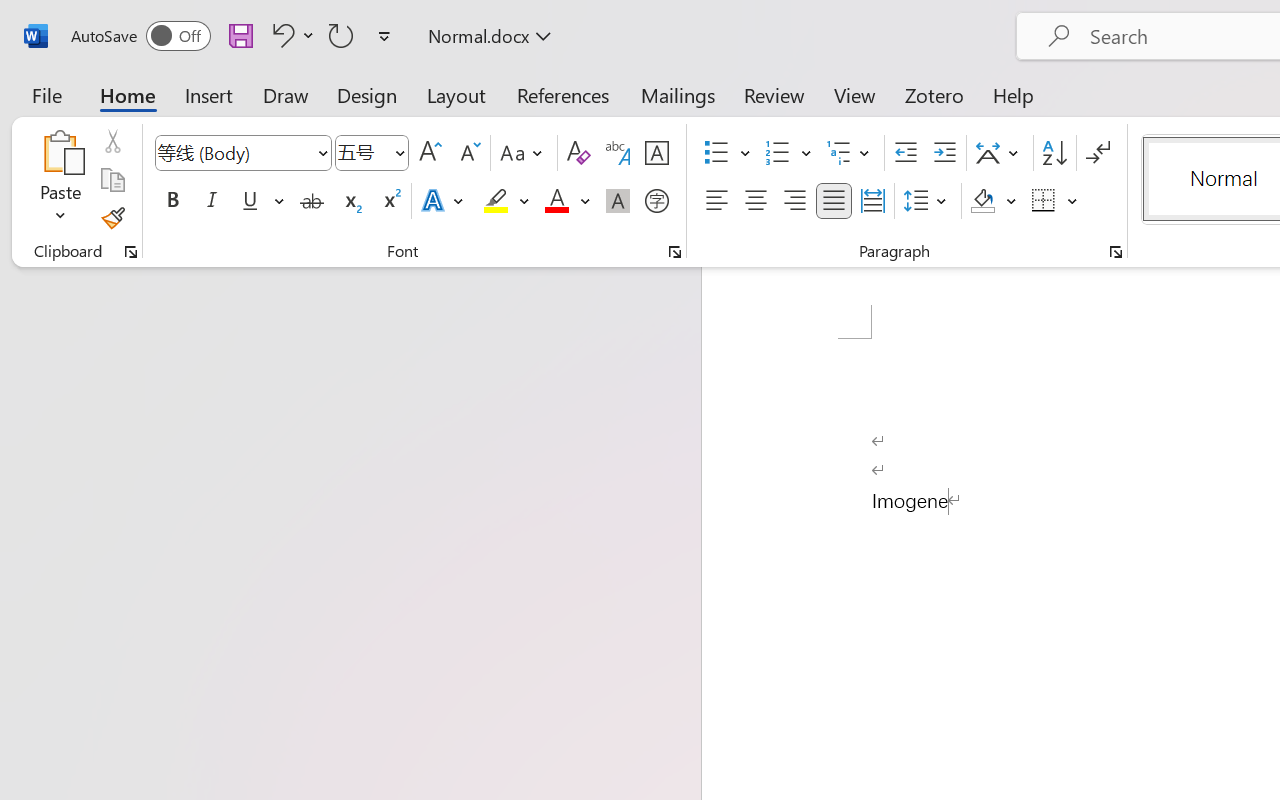  Describe the element at coordinates (212, 201) in the screenshot. I see `'Italic'` at that location.